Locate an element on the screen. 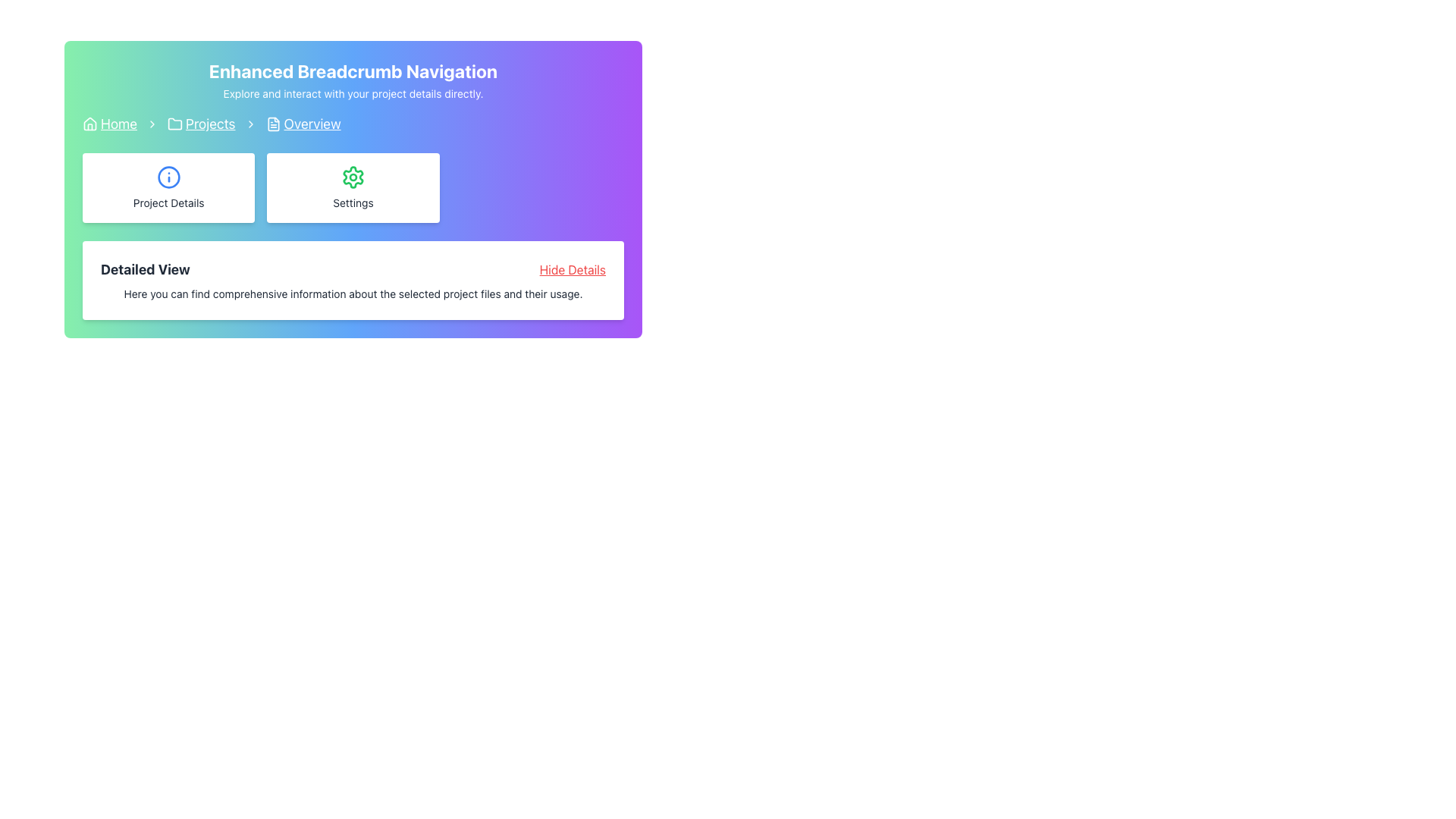  the 'Projects' breadcrumb navigation link is located at coordinates (209, 124).